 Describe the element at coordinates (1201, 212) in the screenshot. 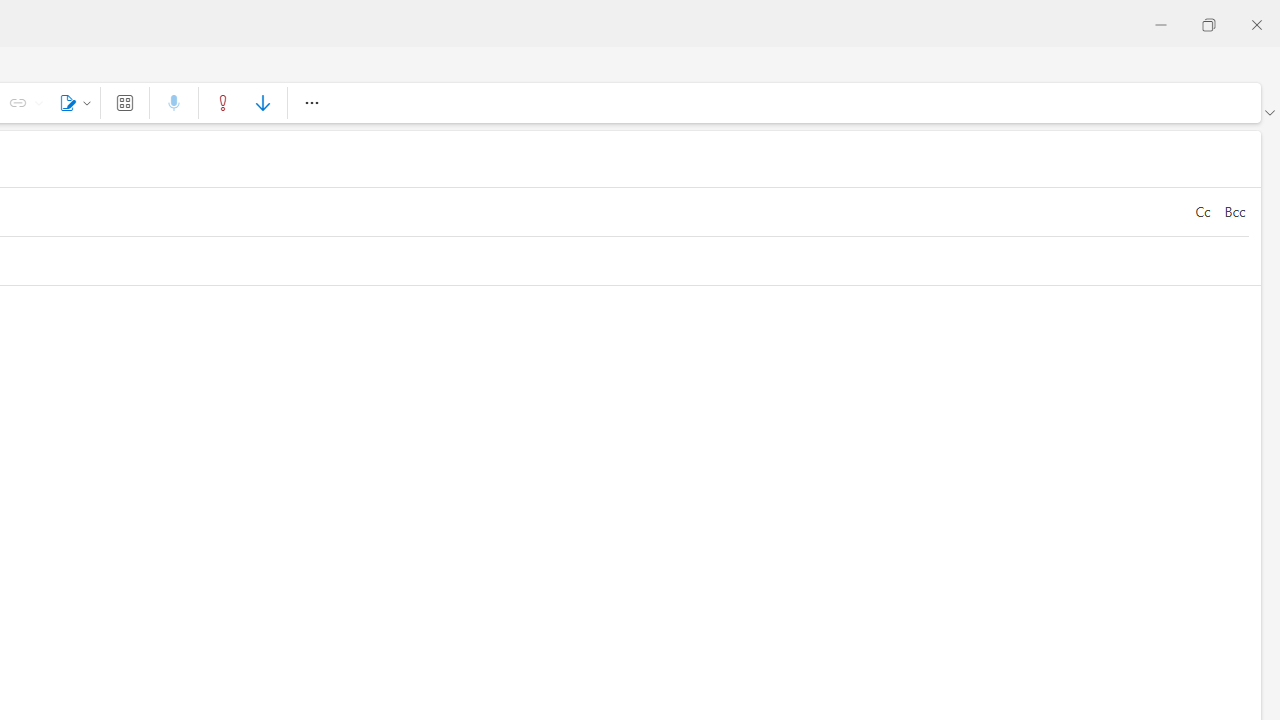

I see `'Cc'` at that location.